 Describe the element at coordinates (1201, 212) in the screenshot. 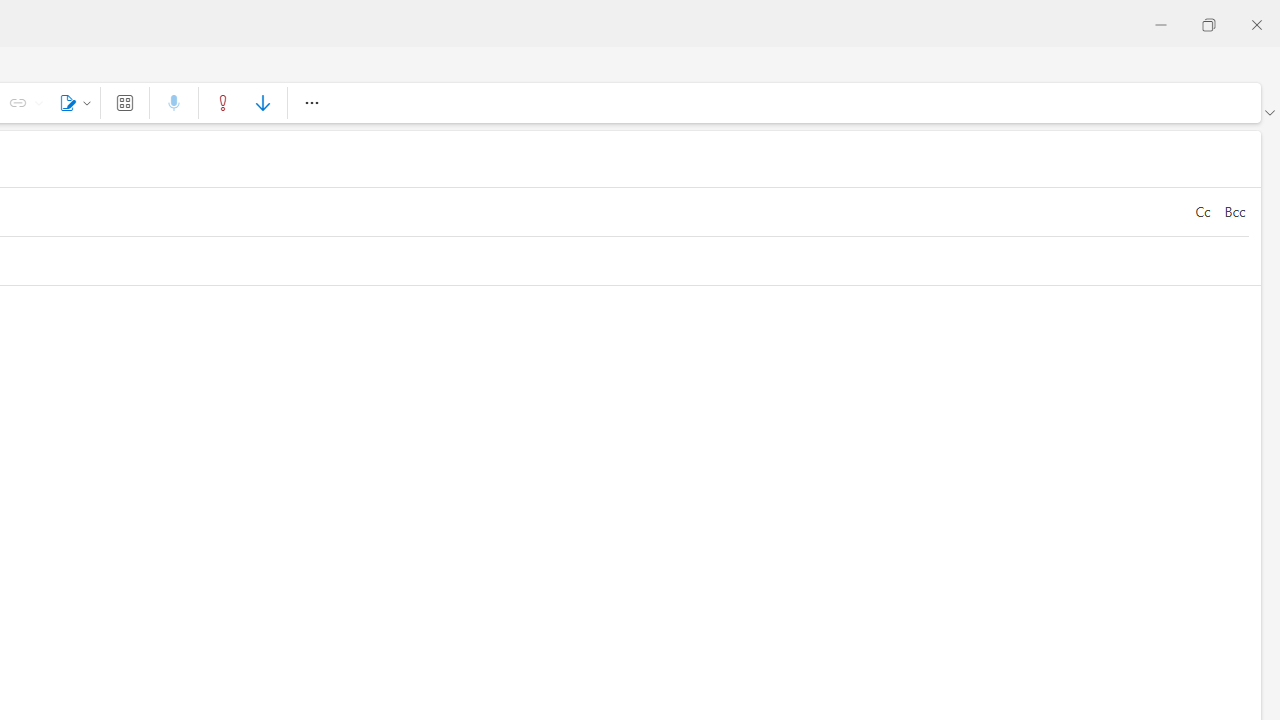

I see `'Cc'` at that location.